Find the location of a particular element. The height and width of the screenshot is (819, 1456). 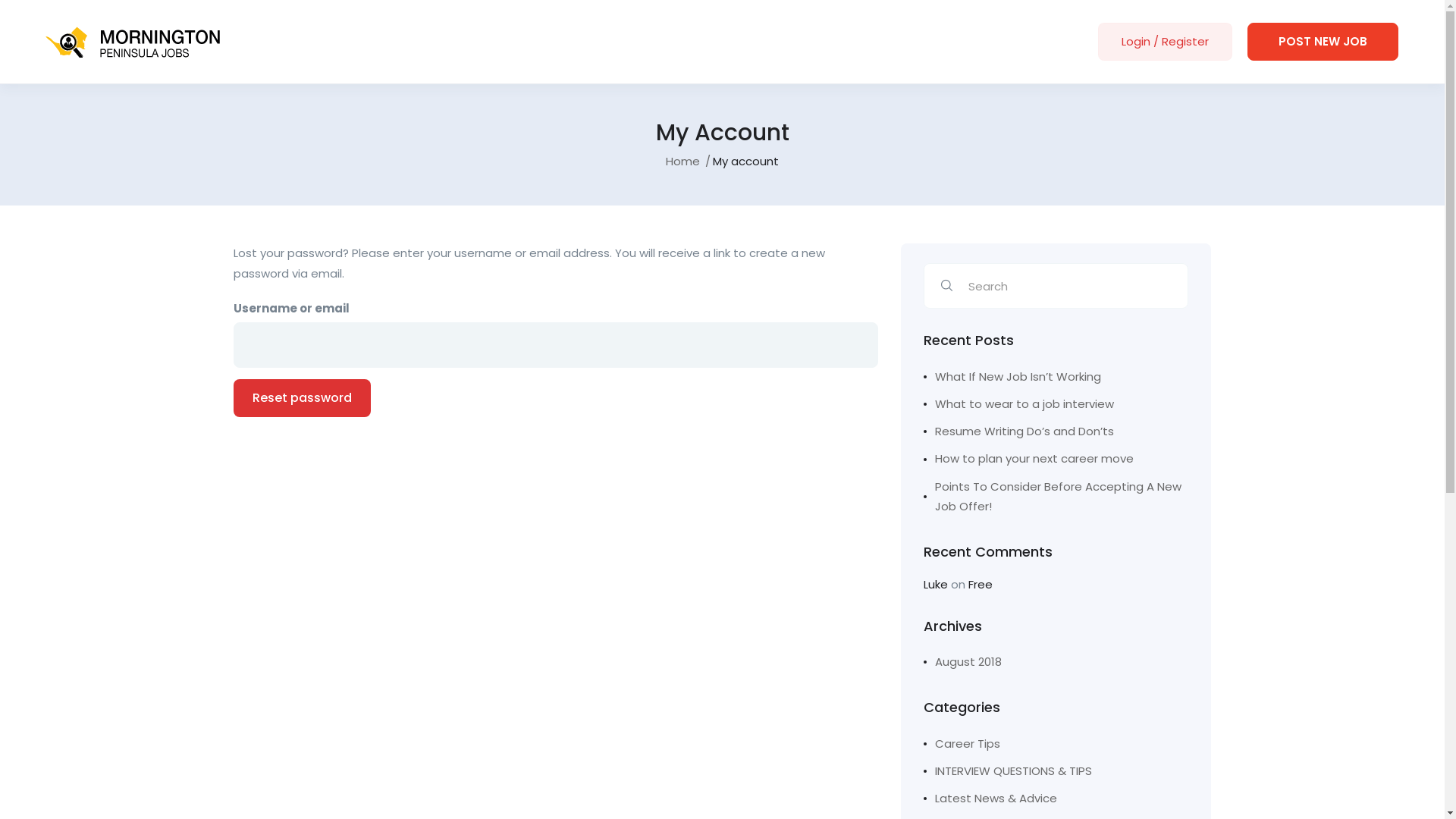

'Reset password' is located at coordinates (302, 397).